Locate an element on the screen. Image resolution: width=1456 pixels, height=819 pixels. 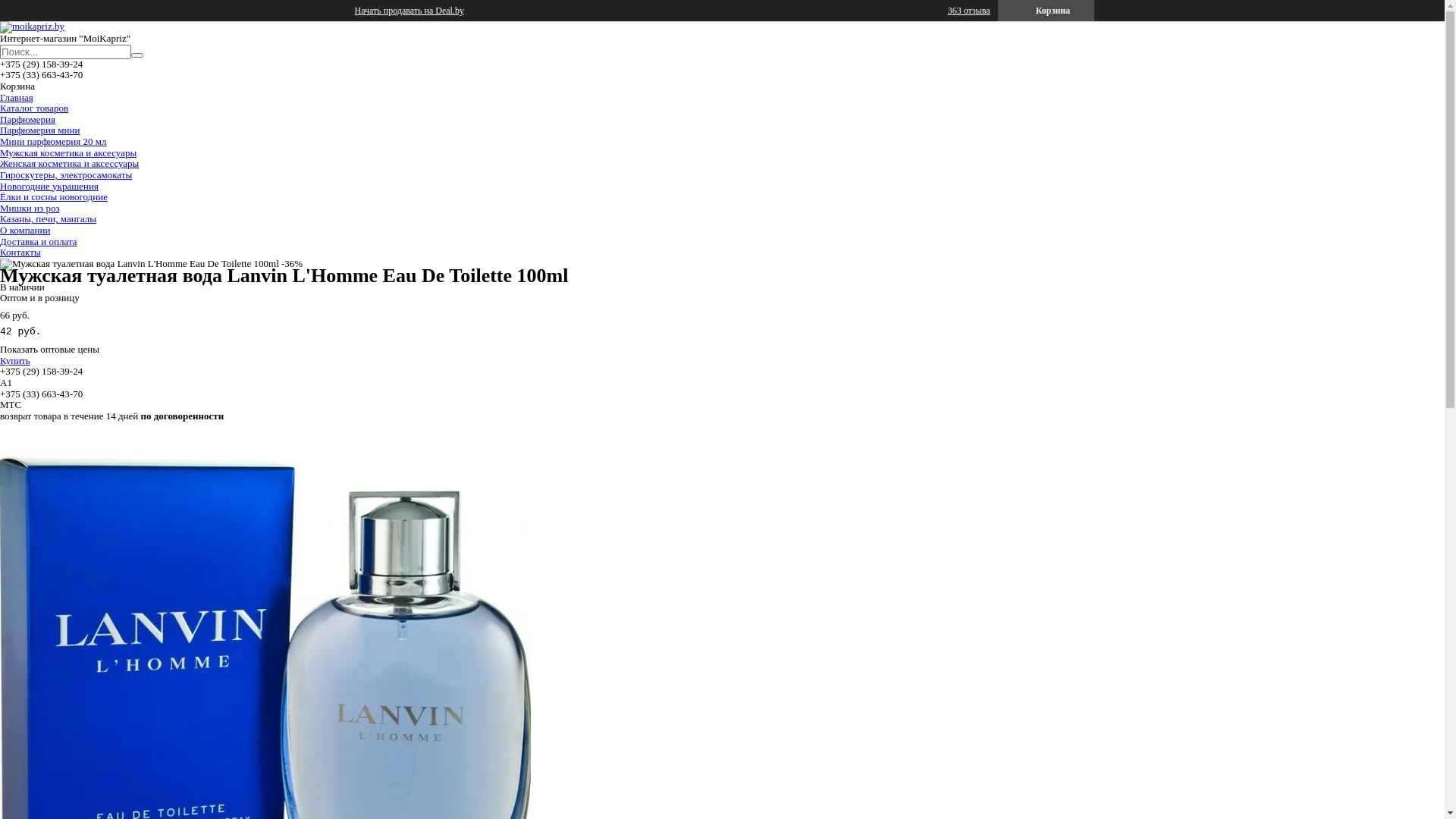
'moikapriz.by' is located at coordinates (0, 26).